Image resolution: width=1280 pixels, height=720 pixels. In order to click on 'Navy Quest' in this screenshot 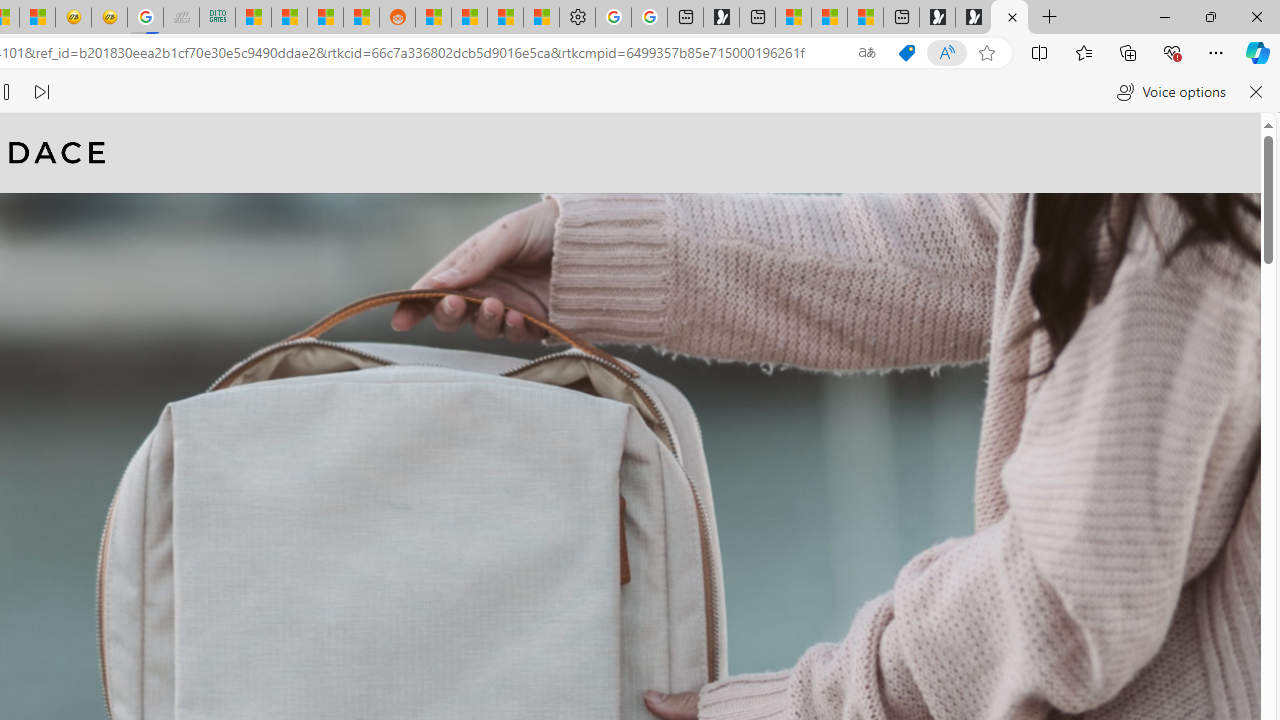, I will do `click(181, 17)`.